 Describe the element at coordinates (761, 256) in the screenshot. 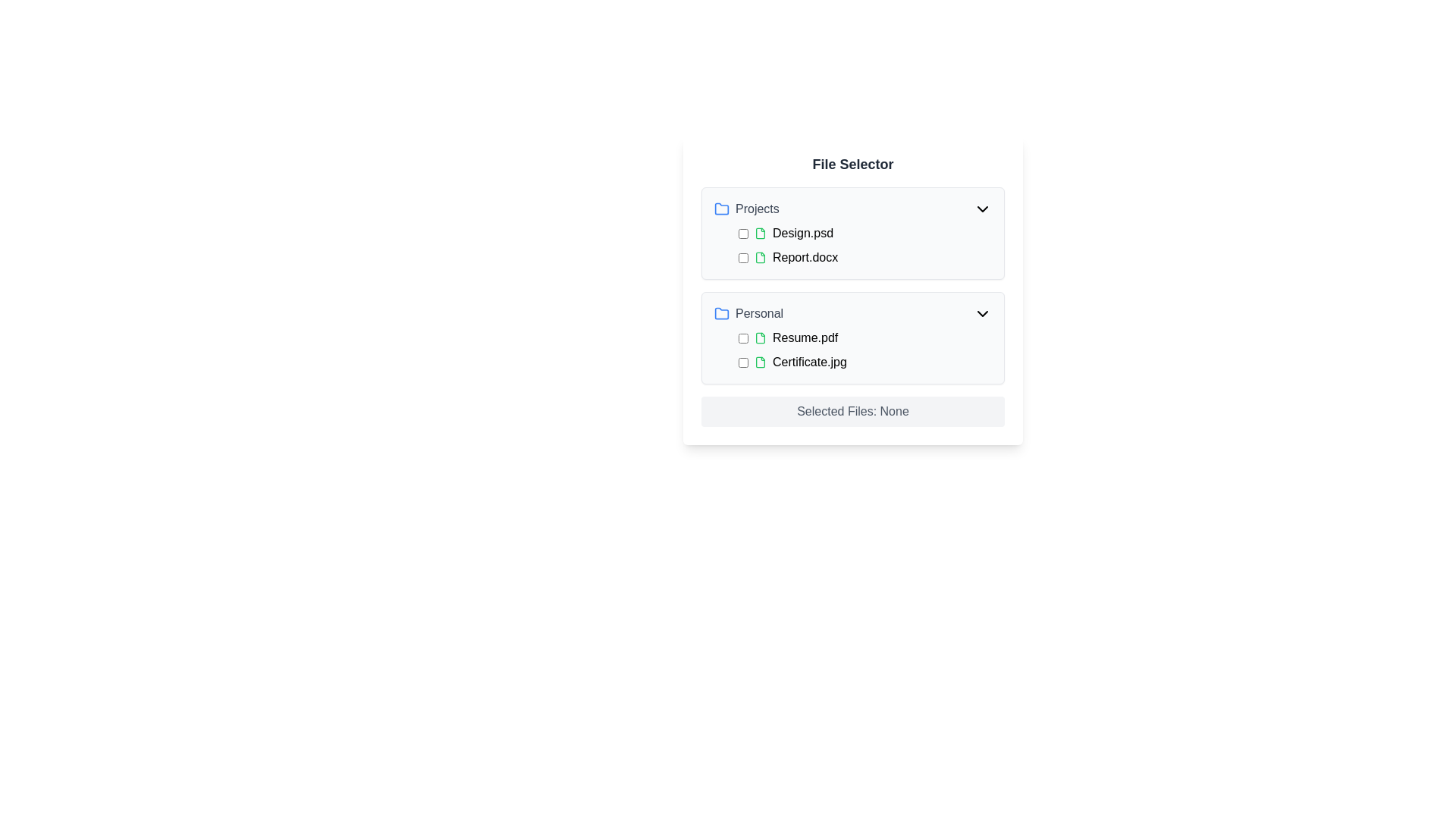

I see `the small rectangular icon resembling a file document with a green border, located in the 'Projects' section adjacent to 'Report.docx'` at that location.